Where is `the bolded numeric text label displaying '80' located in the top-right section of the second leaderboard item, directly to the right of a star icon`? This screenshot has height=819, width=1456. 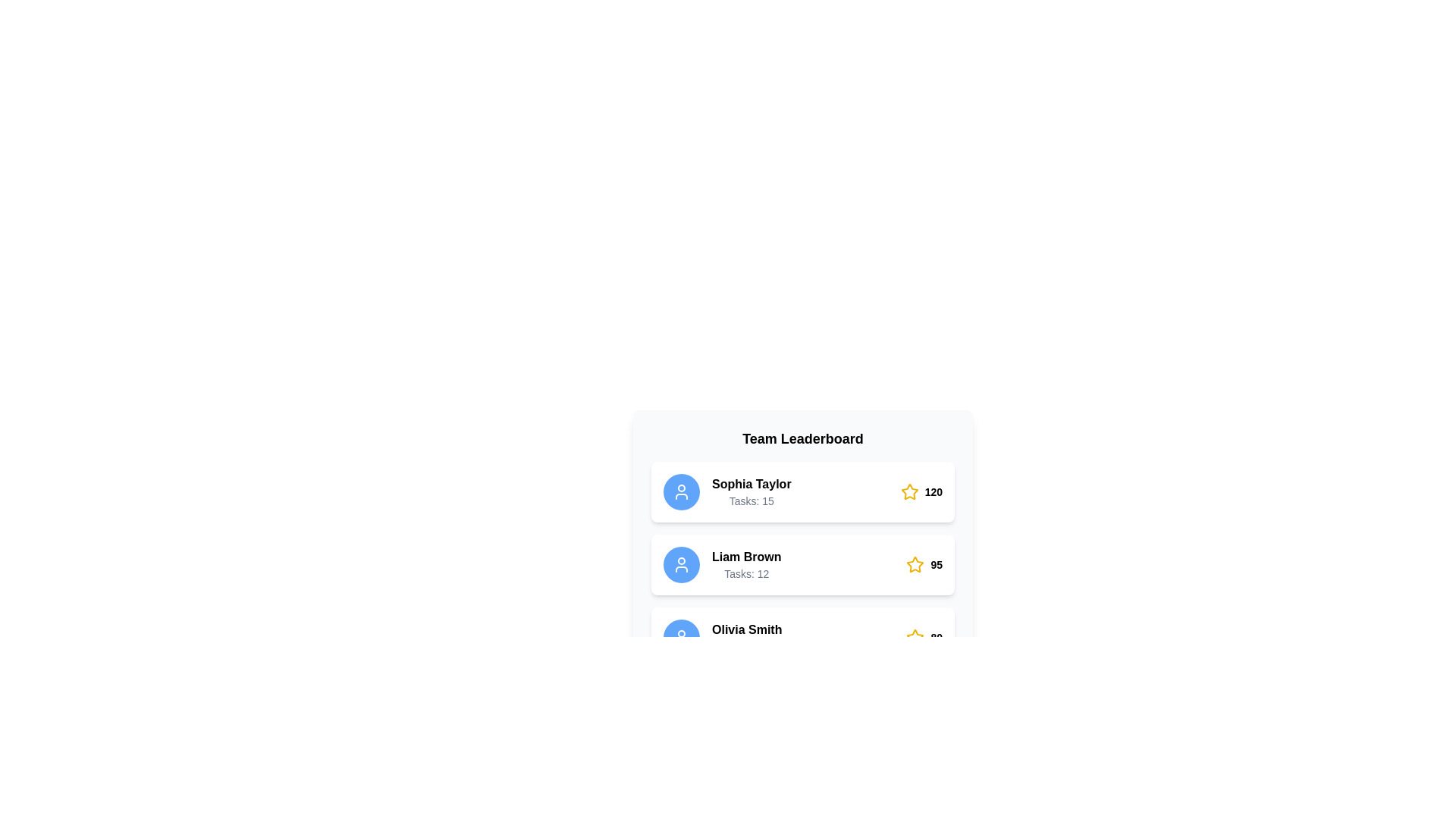
the bolded numeric text label displaying '80' located in the top-right section of the second leaderboard item, directly to the right of a star icon is located at coordinates (936, 637).